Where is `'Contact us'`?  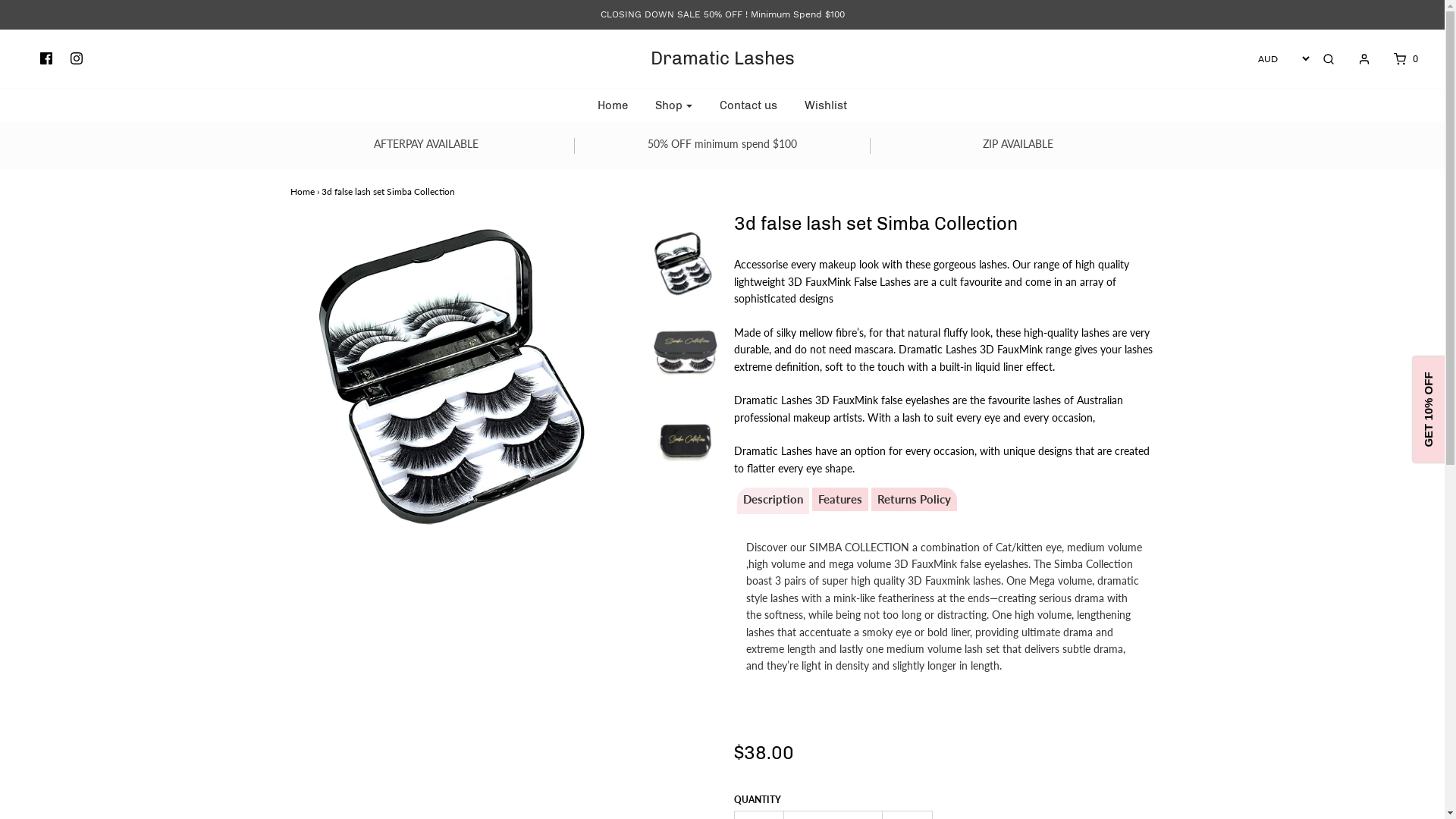 'Contact us' is located at coordinates (748, 104).